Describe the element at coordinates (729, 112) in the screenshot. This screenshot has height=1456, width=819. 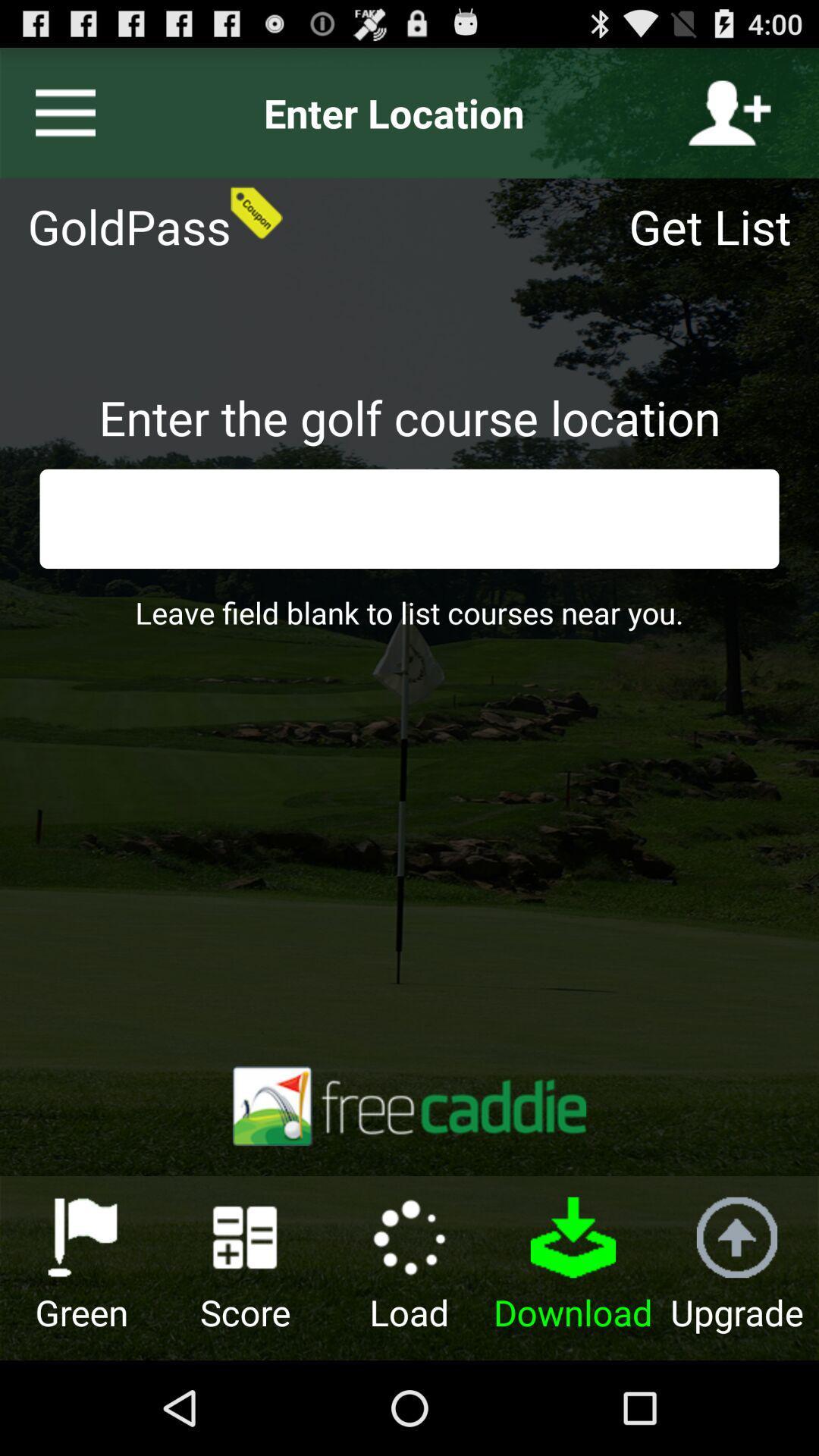
I see `the icon above get list` at that location.